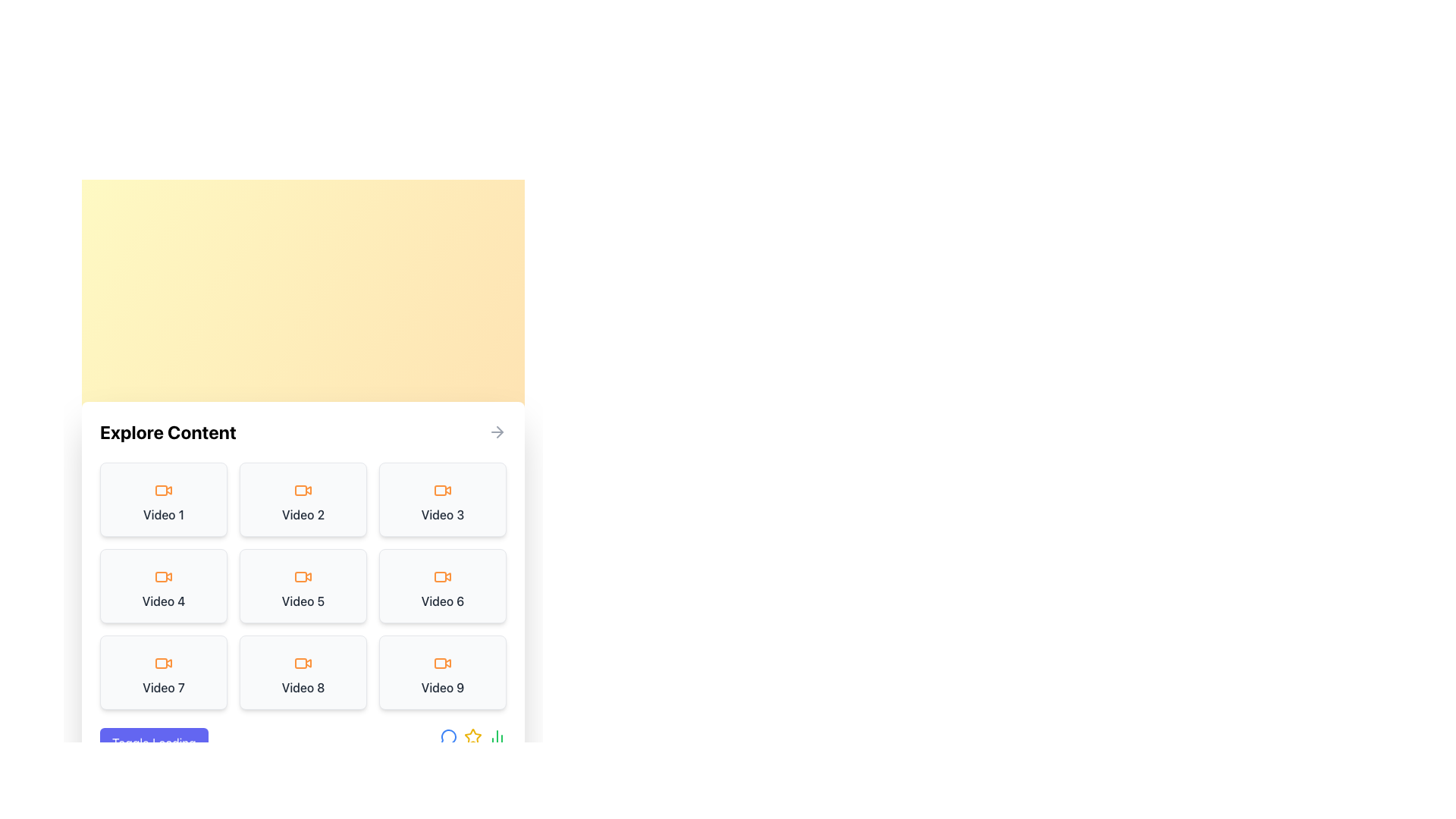 This screenshot has height=819, width=1456. What do you see at coordinates (308, 576) in the screenshot?
I see `the triangular part of the orange video camera icon located under the label 'Video 5' in the grid layout` at bounding box center [308, 576].